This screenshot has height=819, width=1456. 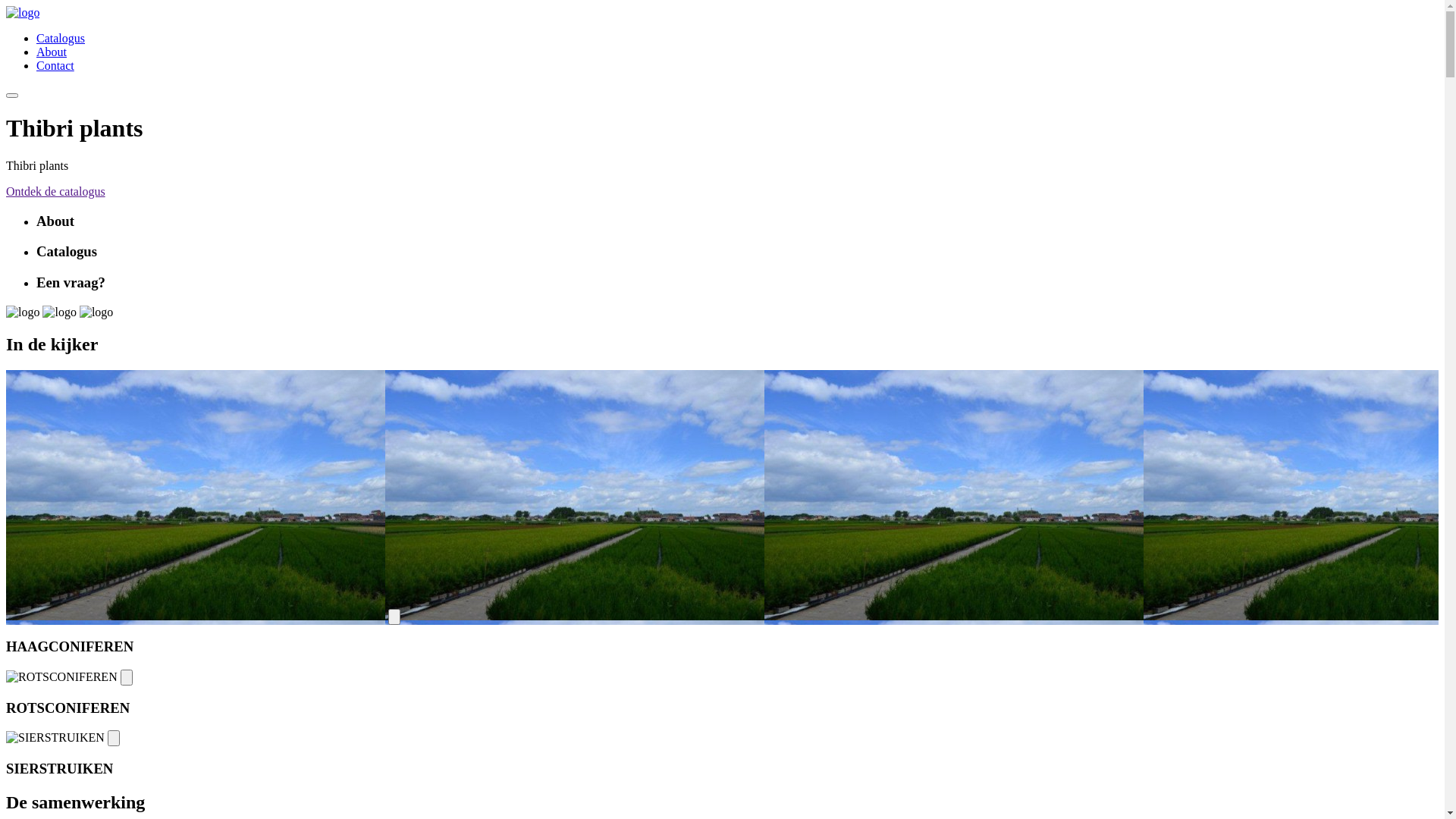 I want to click on 'Ontdek de catalogus', so click(x=55, y=190).